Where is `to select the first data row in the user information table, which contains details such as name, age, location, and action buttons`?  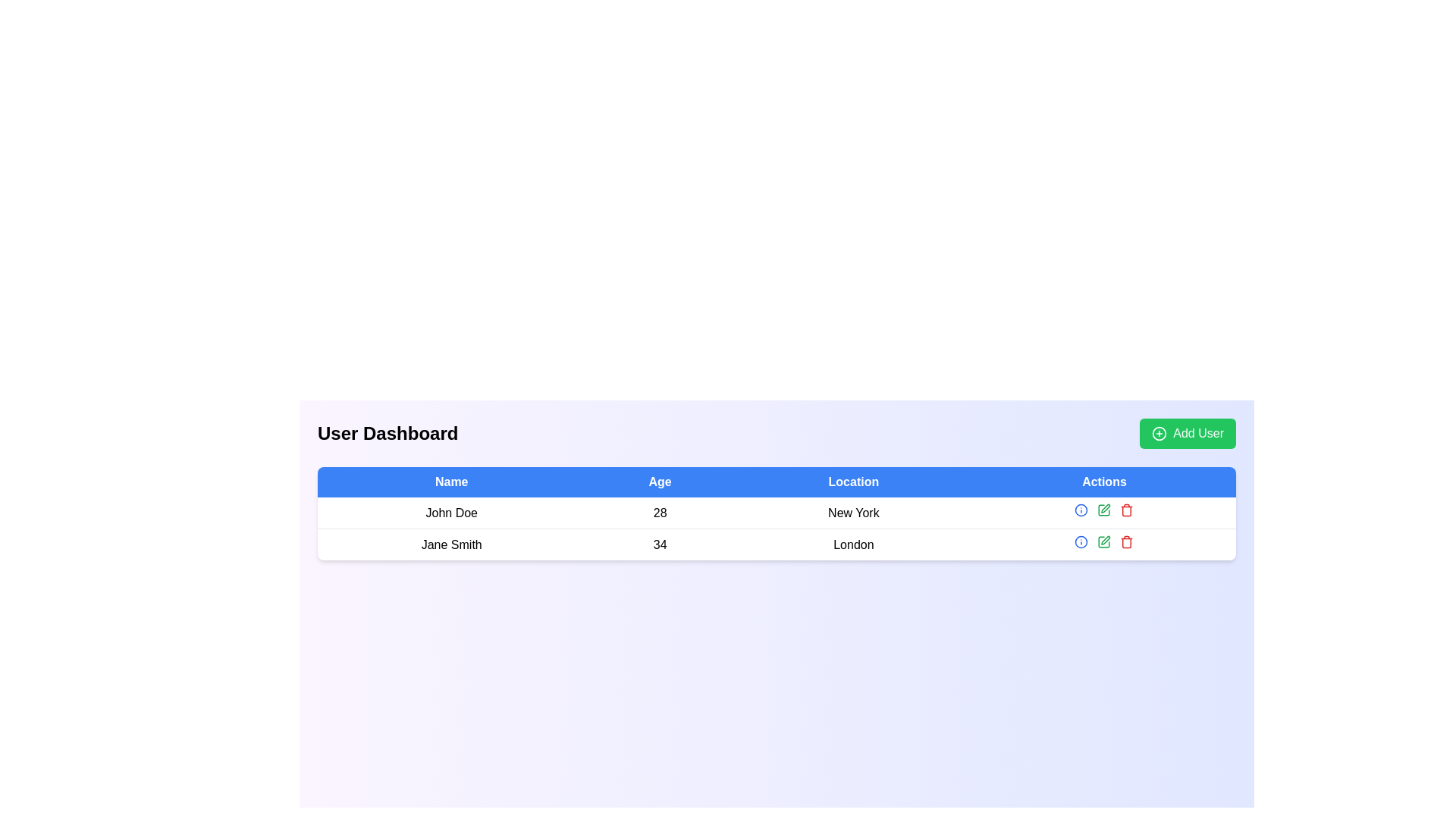 to select the first data row in the user information table, which contains details such as name, age, location, and action buttons is located at coordinates (777, 528).